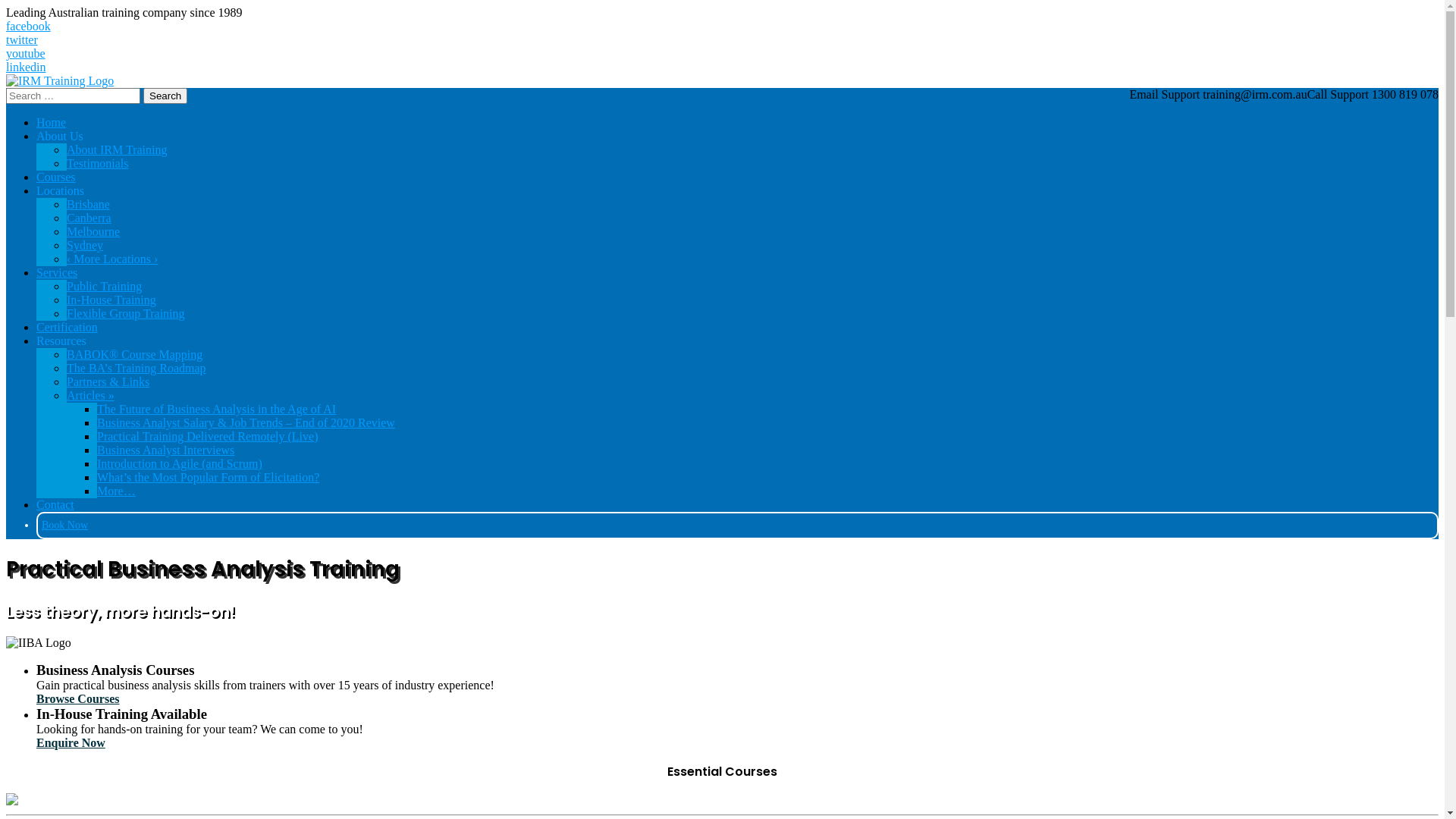  I want to click on 'linkedin', so click(6, 66).